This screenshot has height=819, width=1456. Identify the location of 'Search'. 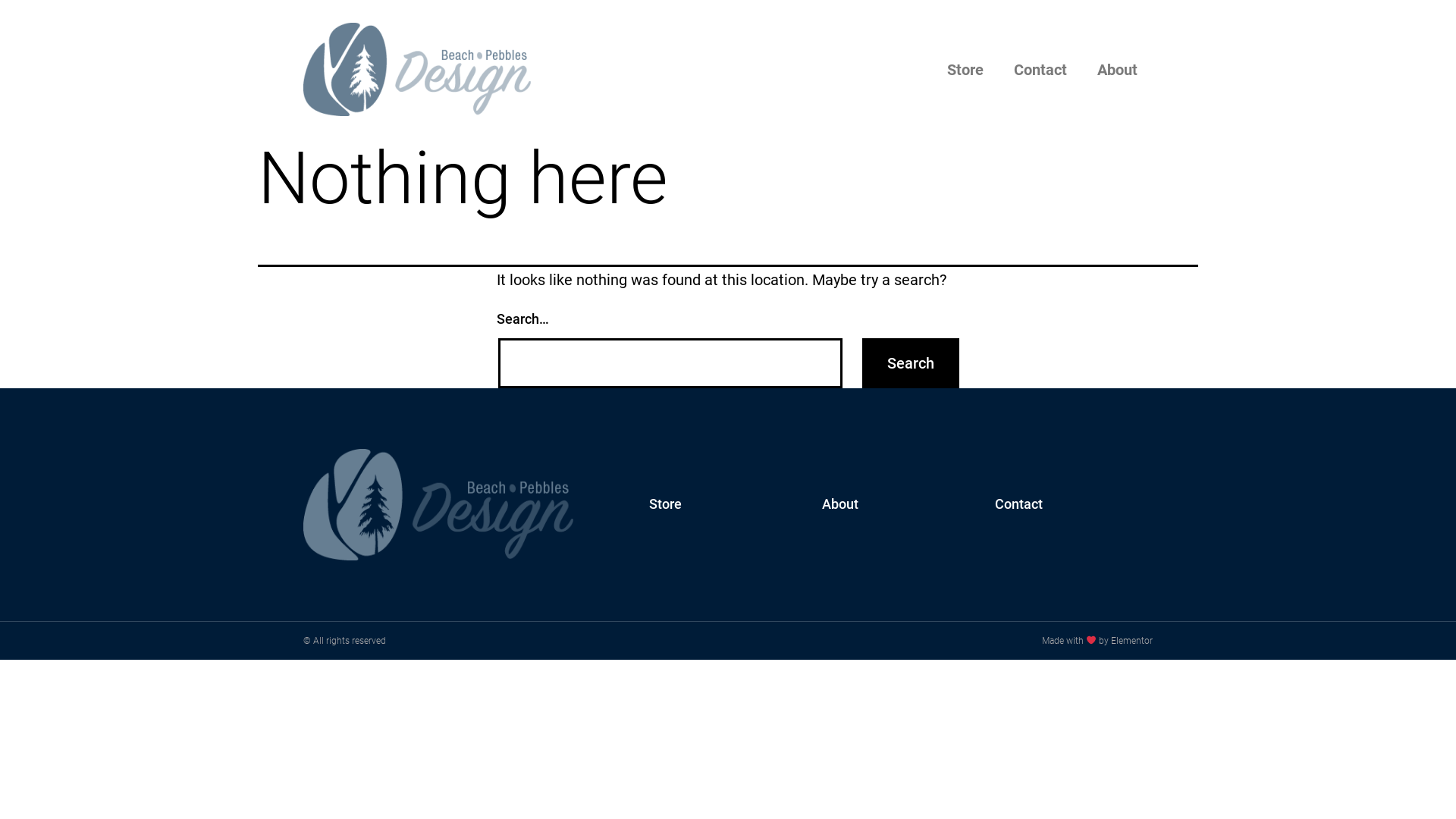
(910, 362).